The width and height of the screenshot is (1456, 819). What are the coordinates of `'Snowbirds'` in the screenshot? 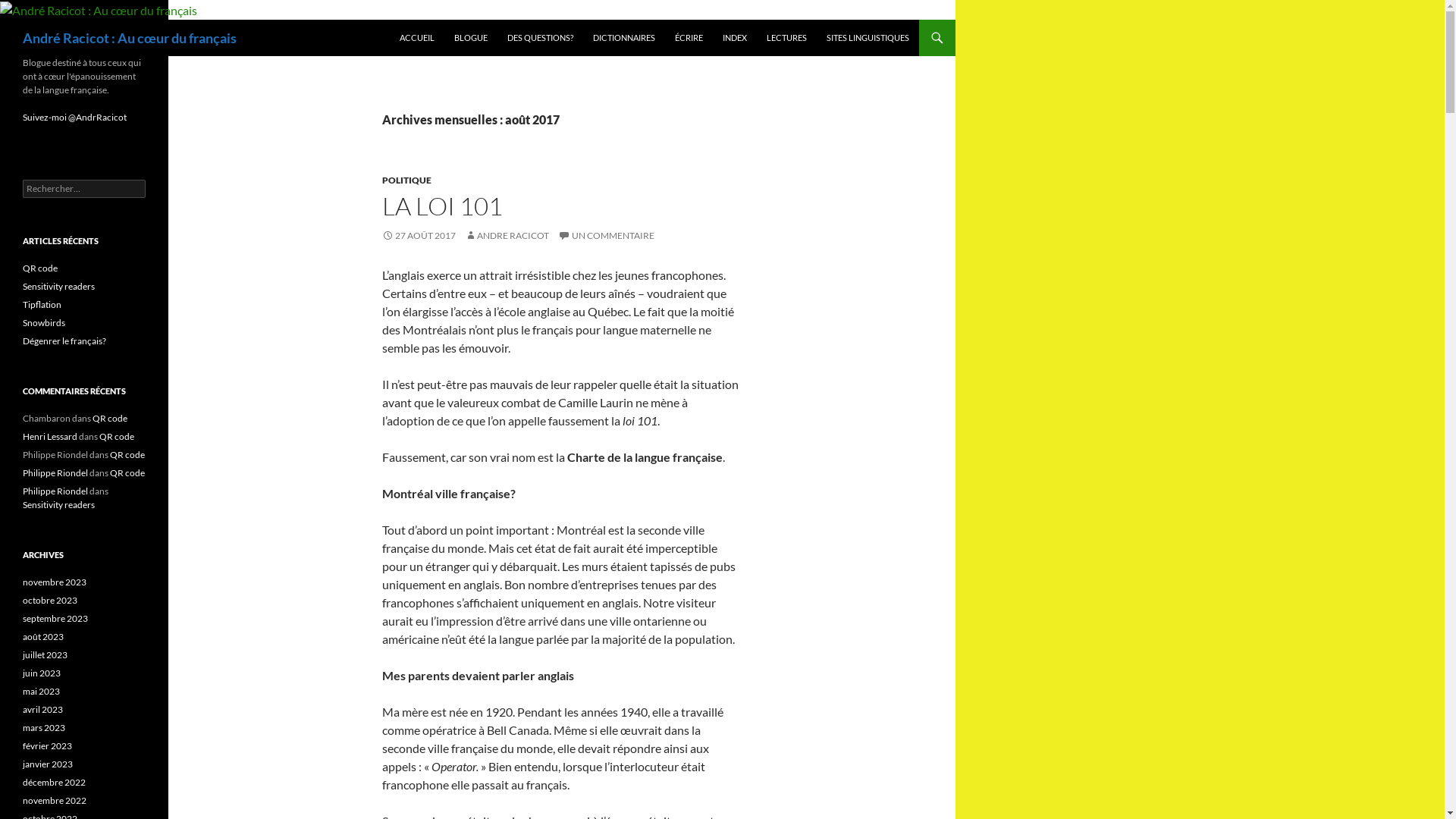 It's located at (22, 322).